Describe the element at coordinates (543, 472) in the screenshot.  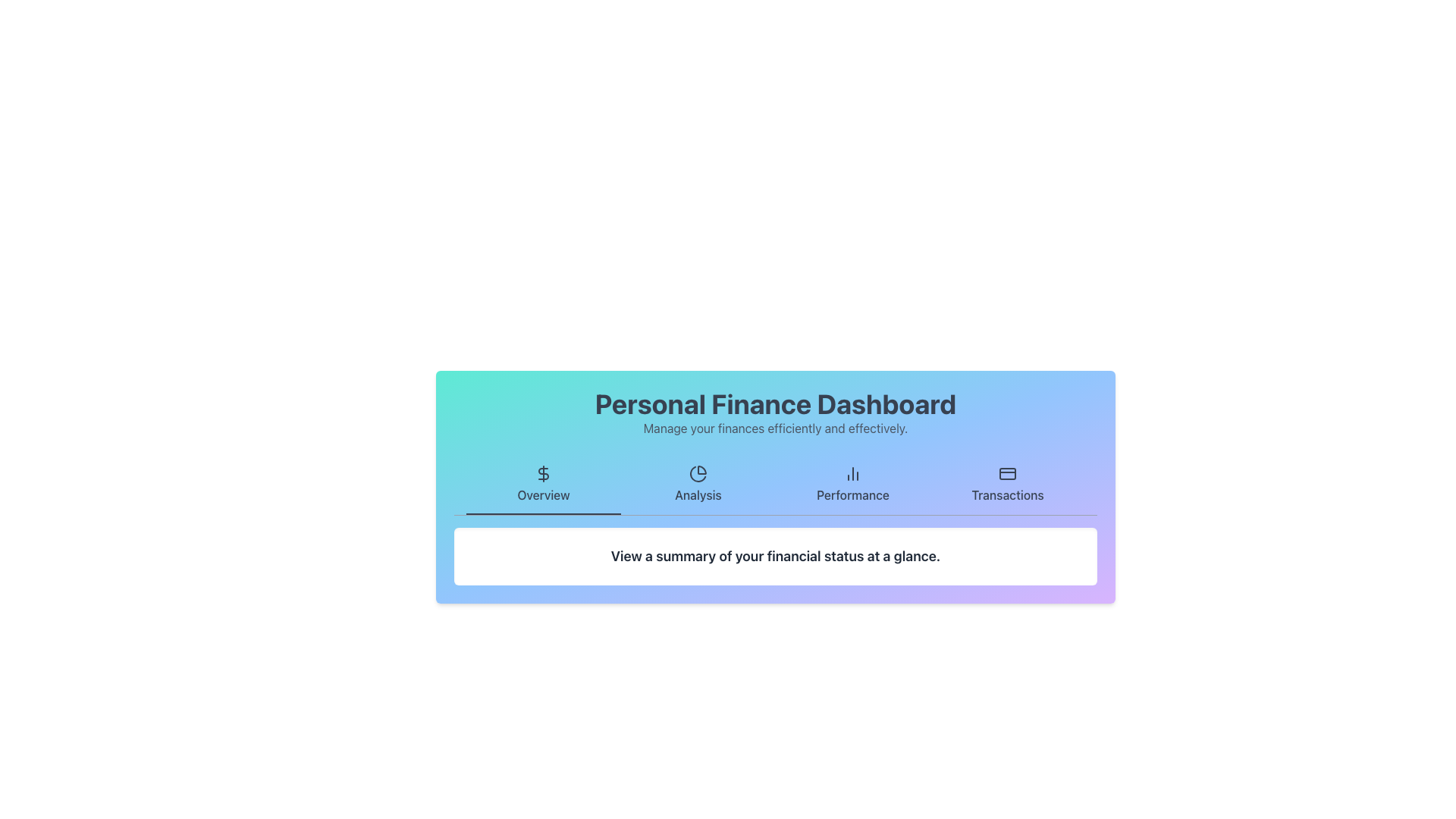
I see `the dollar sign icon located in the Overview section of the navigation bar, which is styled in a clean, minimalist fashion and conveys financial concepts` at that location.